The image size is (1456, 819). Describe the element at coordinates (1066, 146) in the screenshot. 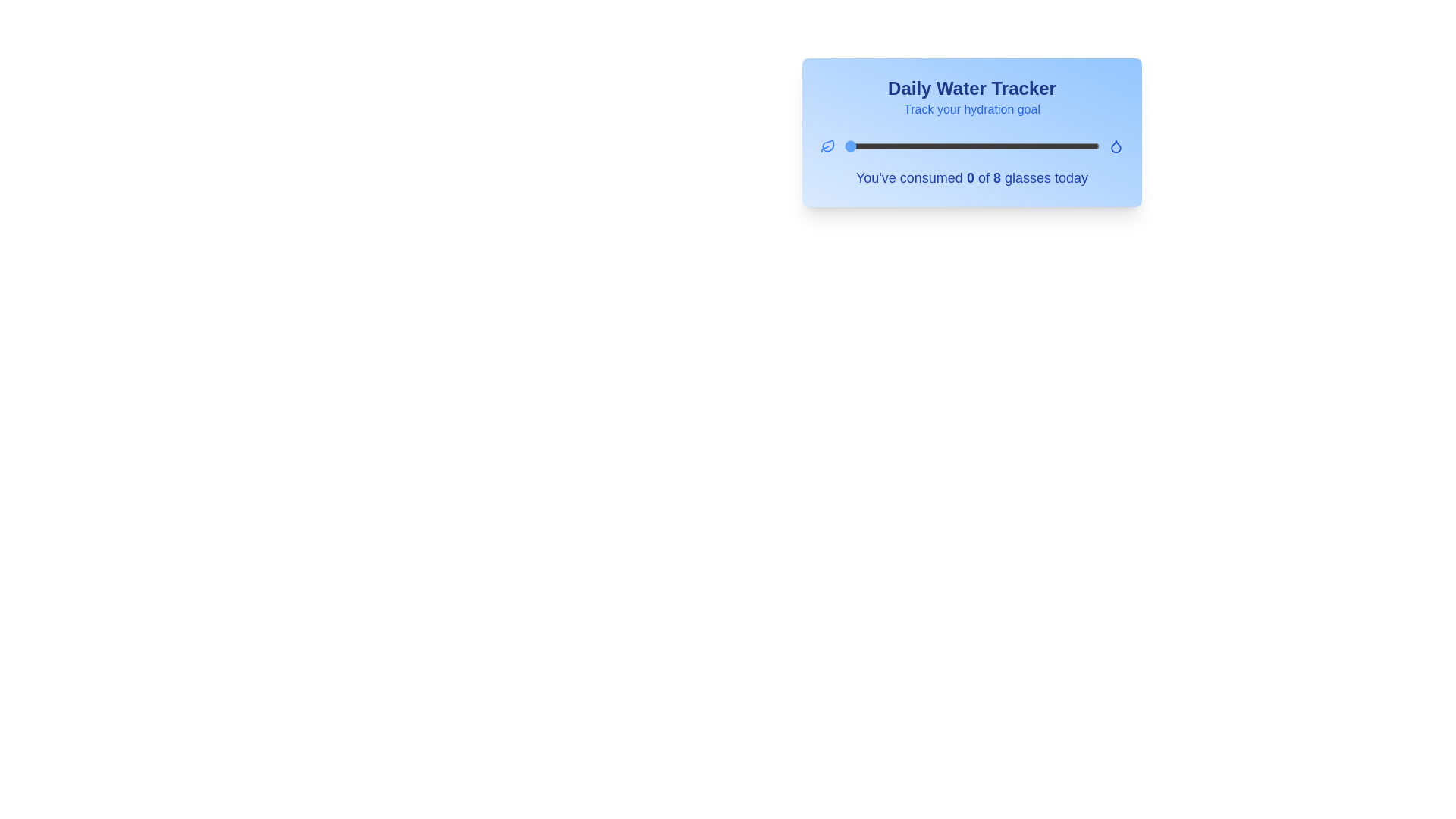

I see `the water intake slider to set the water consumption to 7 glasses` at that location.